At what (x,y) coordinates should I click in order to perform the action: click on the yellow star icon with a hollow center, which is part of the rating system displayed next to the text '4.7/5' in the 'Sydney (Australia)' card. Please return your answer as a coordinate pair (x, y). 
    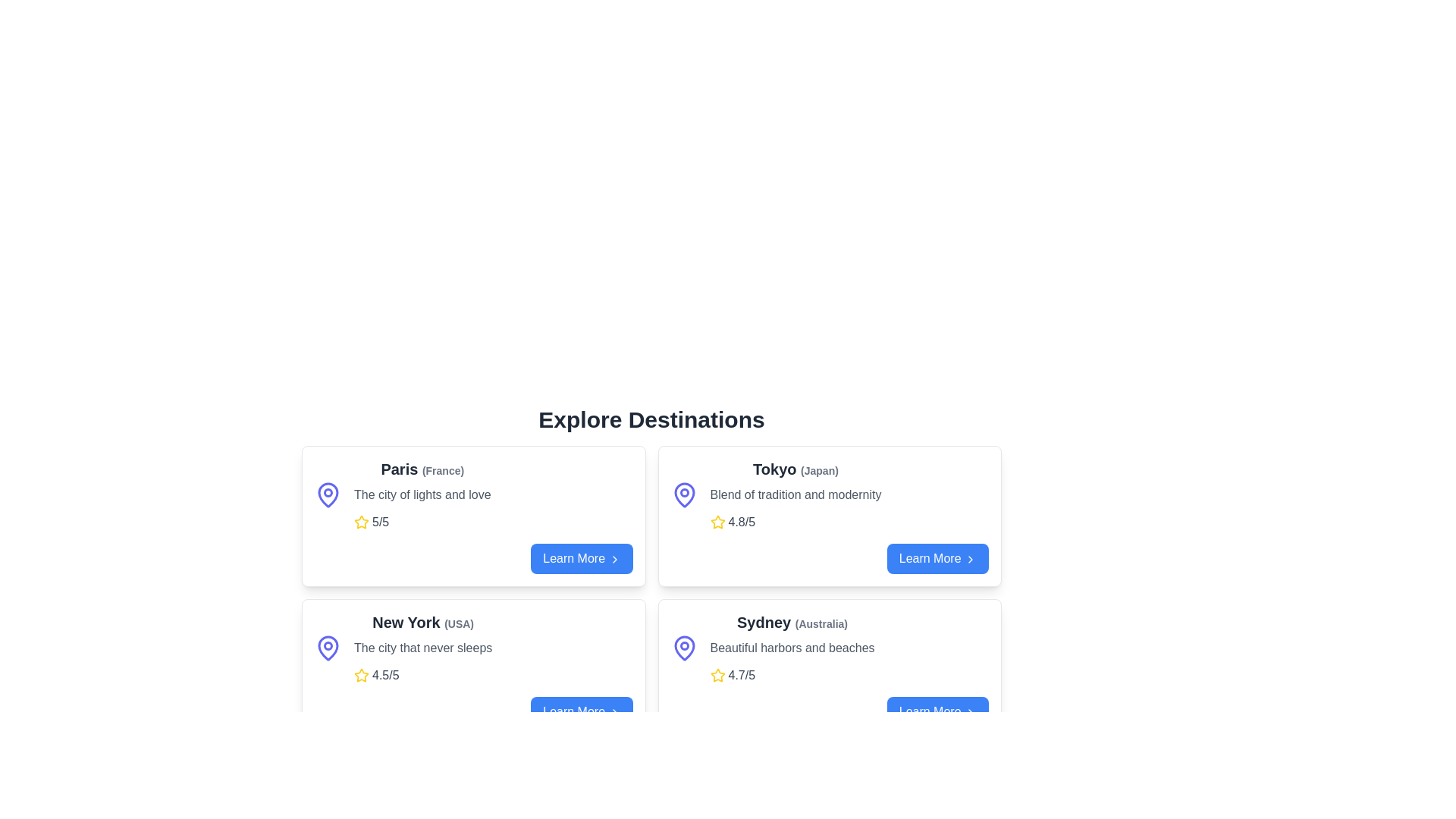
    Looking at the image, I should click on (717, 675).